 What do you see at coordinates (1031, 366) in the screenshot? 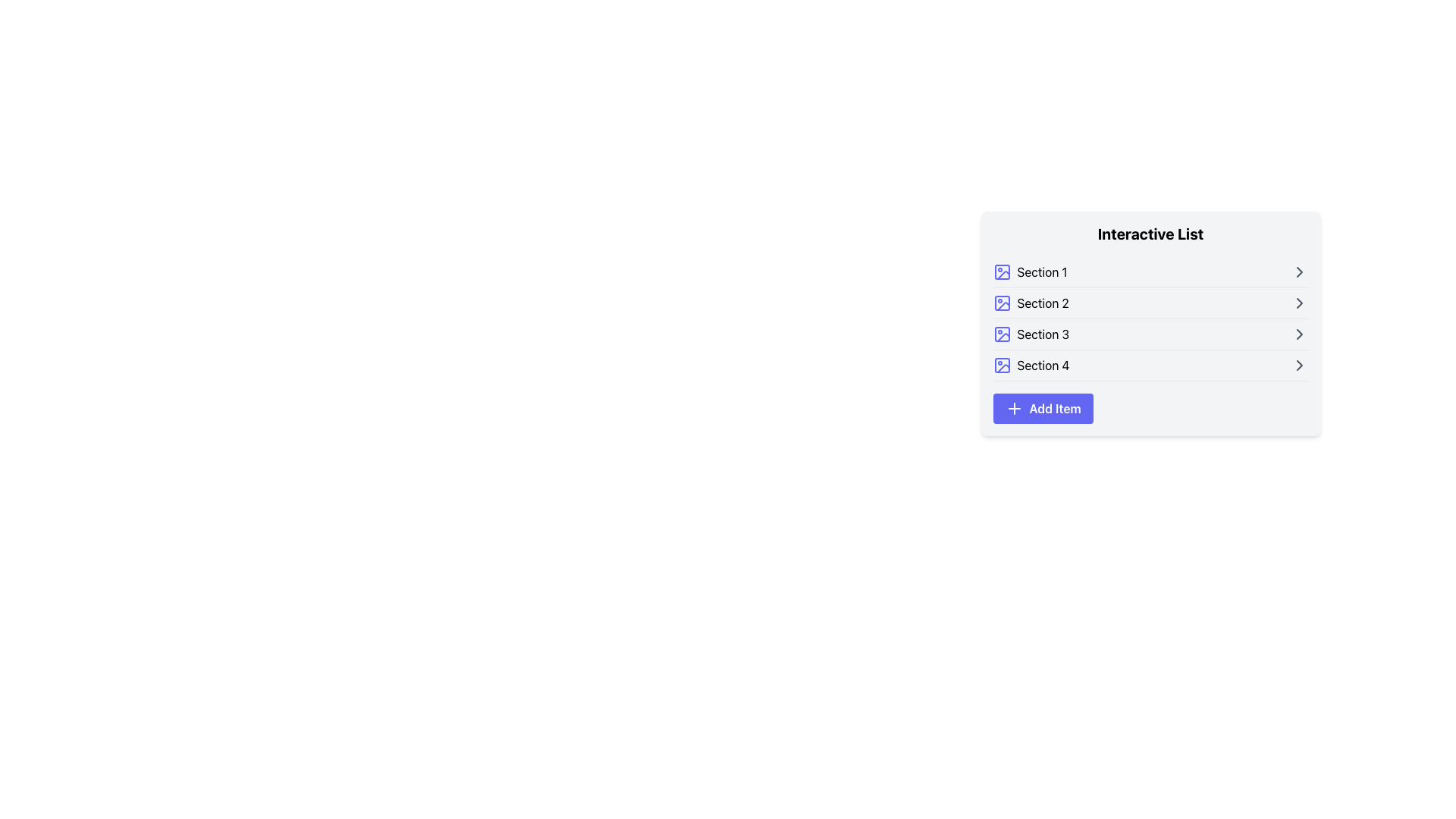
I see `the List item with the text 'Section 4' and an icon preceding it` at bounding box center [1031, 366].